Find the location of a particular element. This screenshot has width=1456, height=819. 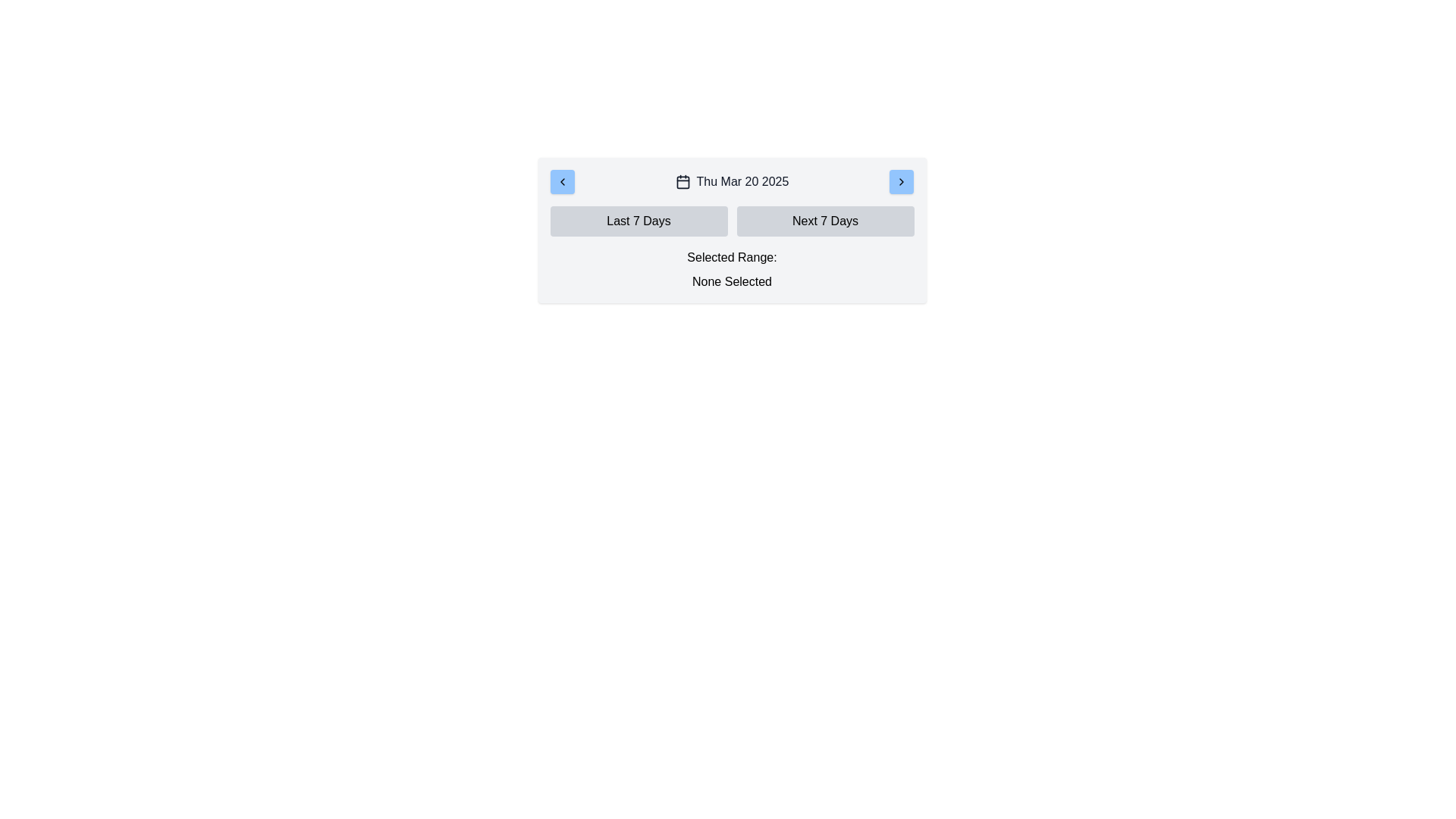

text from the Text Label displaying 'Selected Range:', which is formatted in bold and center-aligned above the 'None Selected' text is located at coordinates (732, 256).